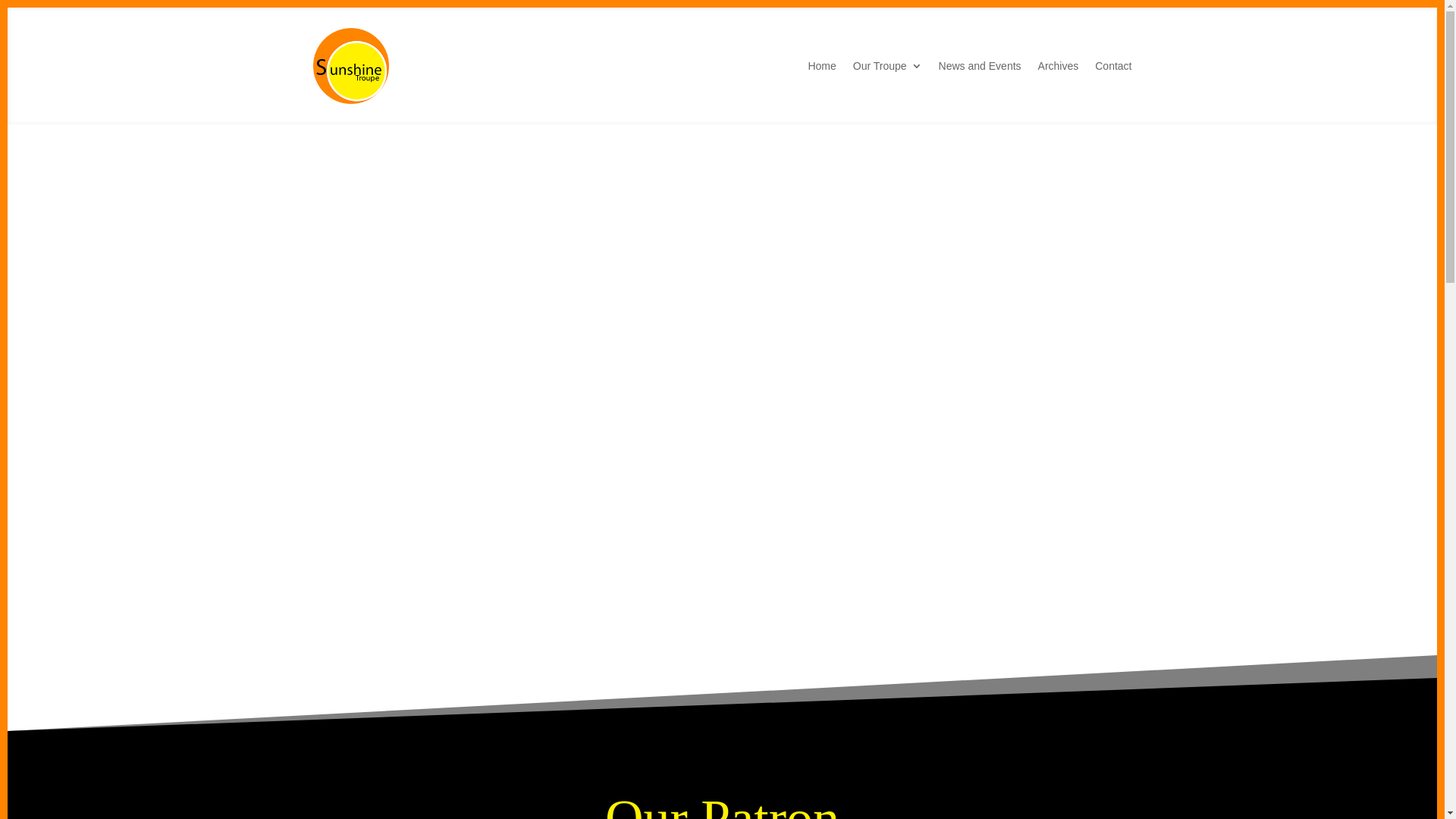  Describe the element at coordinates (938, 65) in the screenshot. I see `'News and Events'` at that location.